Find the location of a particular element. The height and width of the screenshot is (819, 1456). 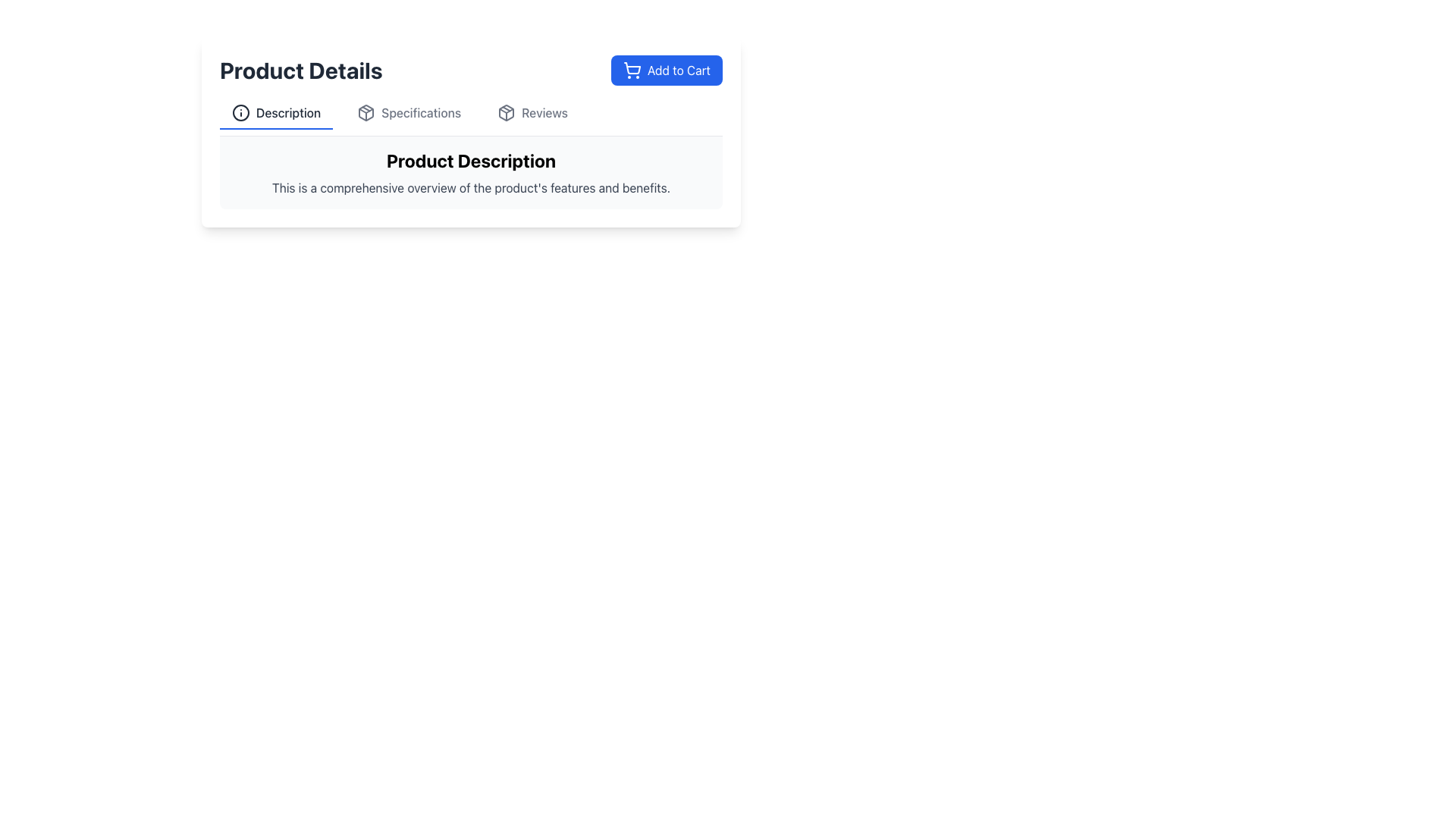

the third tab from the left in the horizontal tab row under the 'Product Details' section to switch to the 'Reviews' section is located at coordinates (532, 113).